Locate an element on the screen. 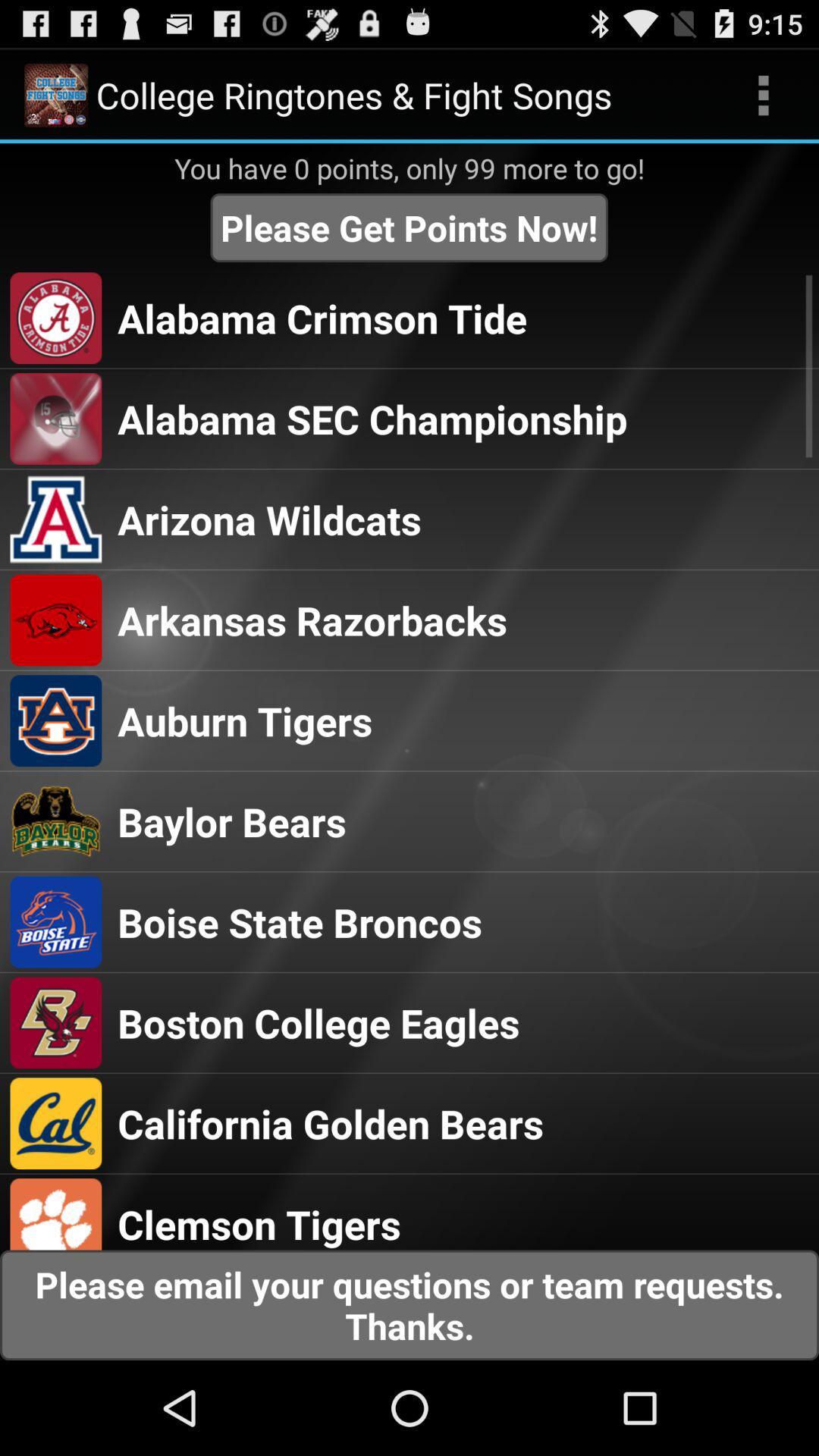  item below the alabama crimson tide icon is located at coordinates (372, 419).